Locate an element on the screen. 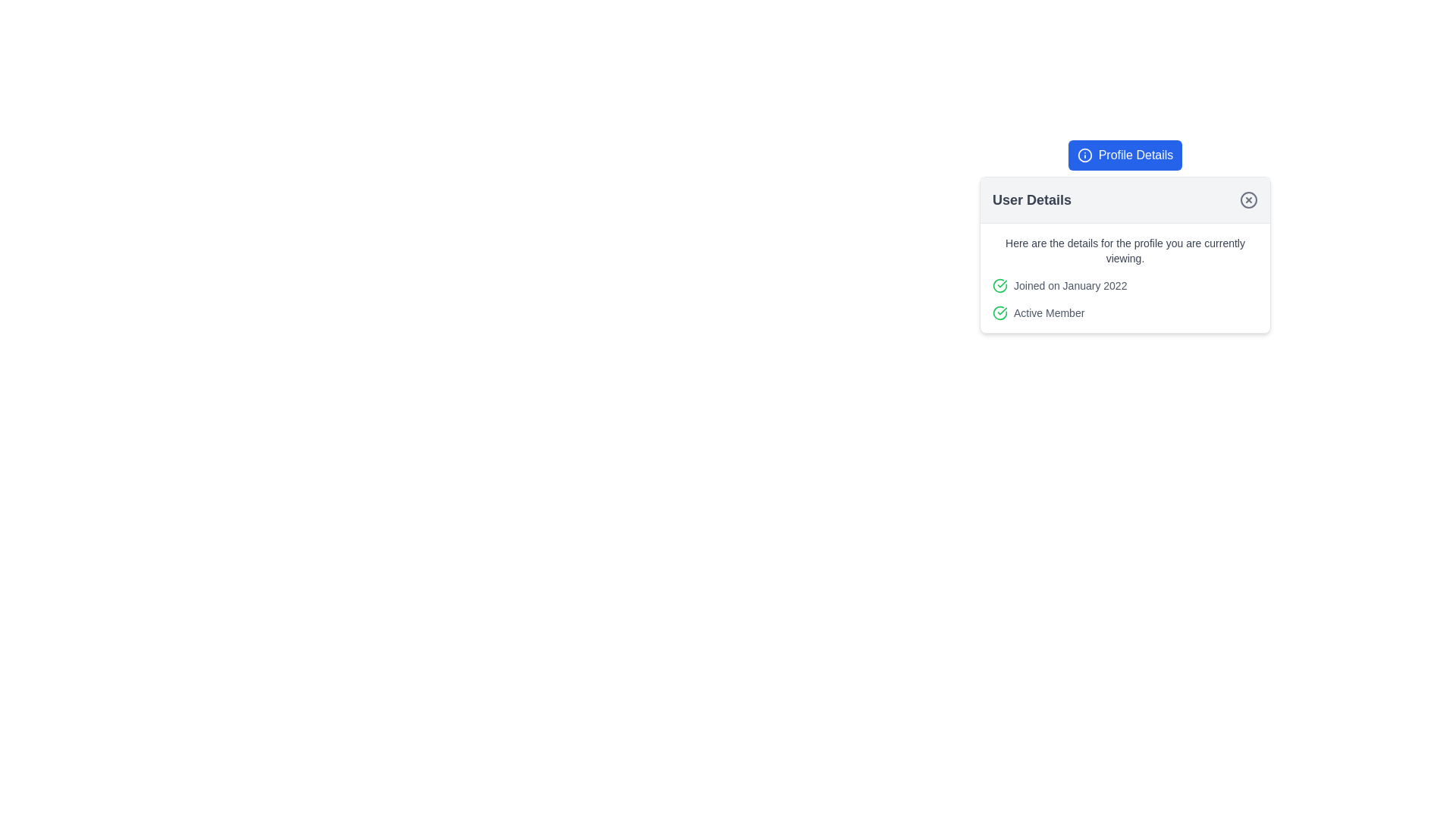 This screenshot has height=819, width=1456. the account-related information element that indicates the date when the user joined, located in the 'User Details' card layout, situated below the introductory description and above the 'Active Member' element is located at coordinates (1125, 286).